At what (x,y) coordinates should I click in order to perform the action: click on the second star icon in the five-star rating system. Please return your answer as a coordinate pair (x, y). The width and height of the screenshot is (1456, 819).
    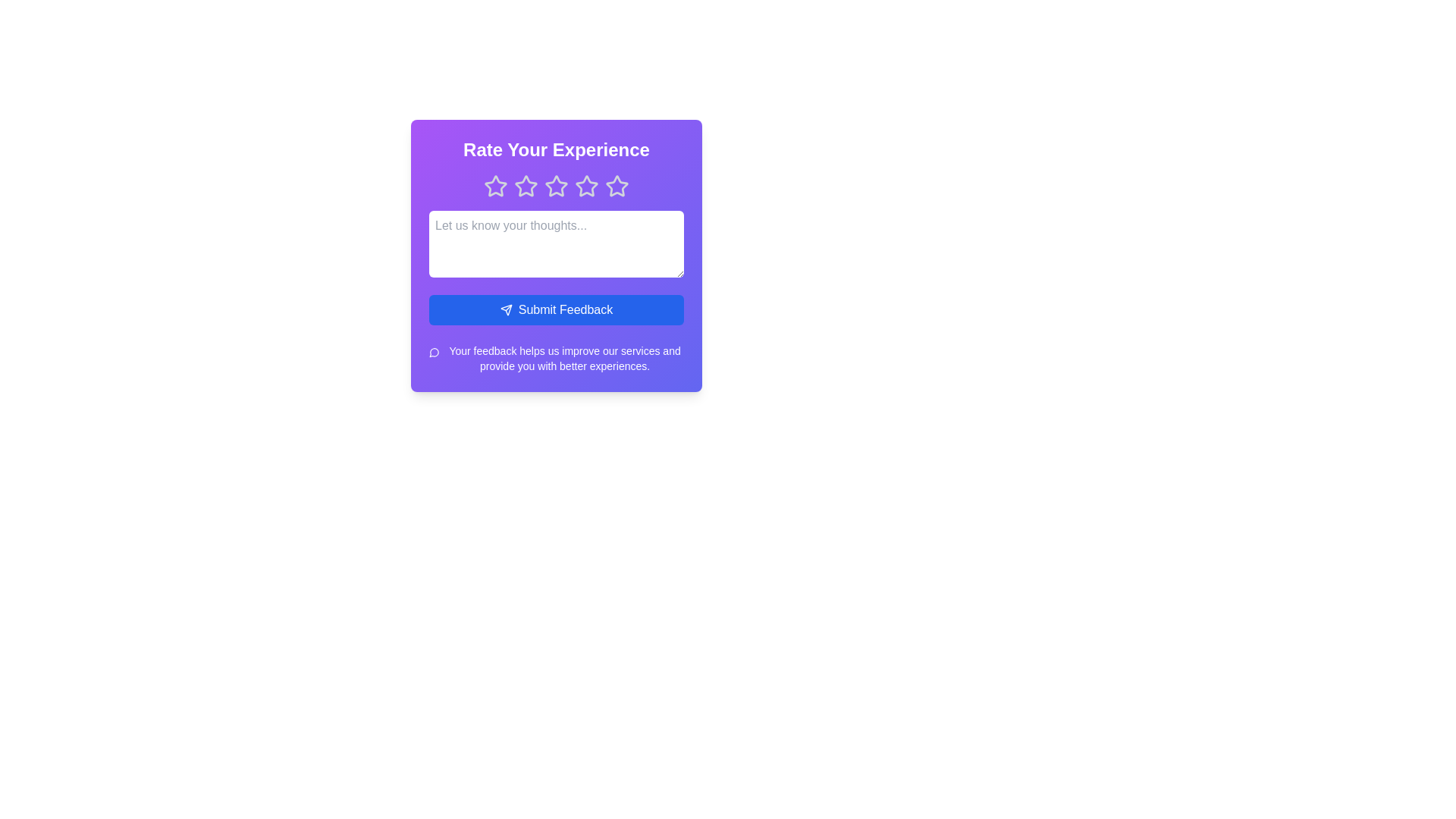
    Looking at the image, I should click on (526, 185).